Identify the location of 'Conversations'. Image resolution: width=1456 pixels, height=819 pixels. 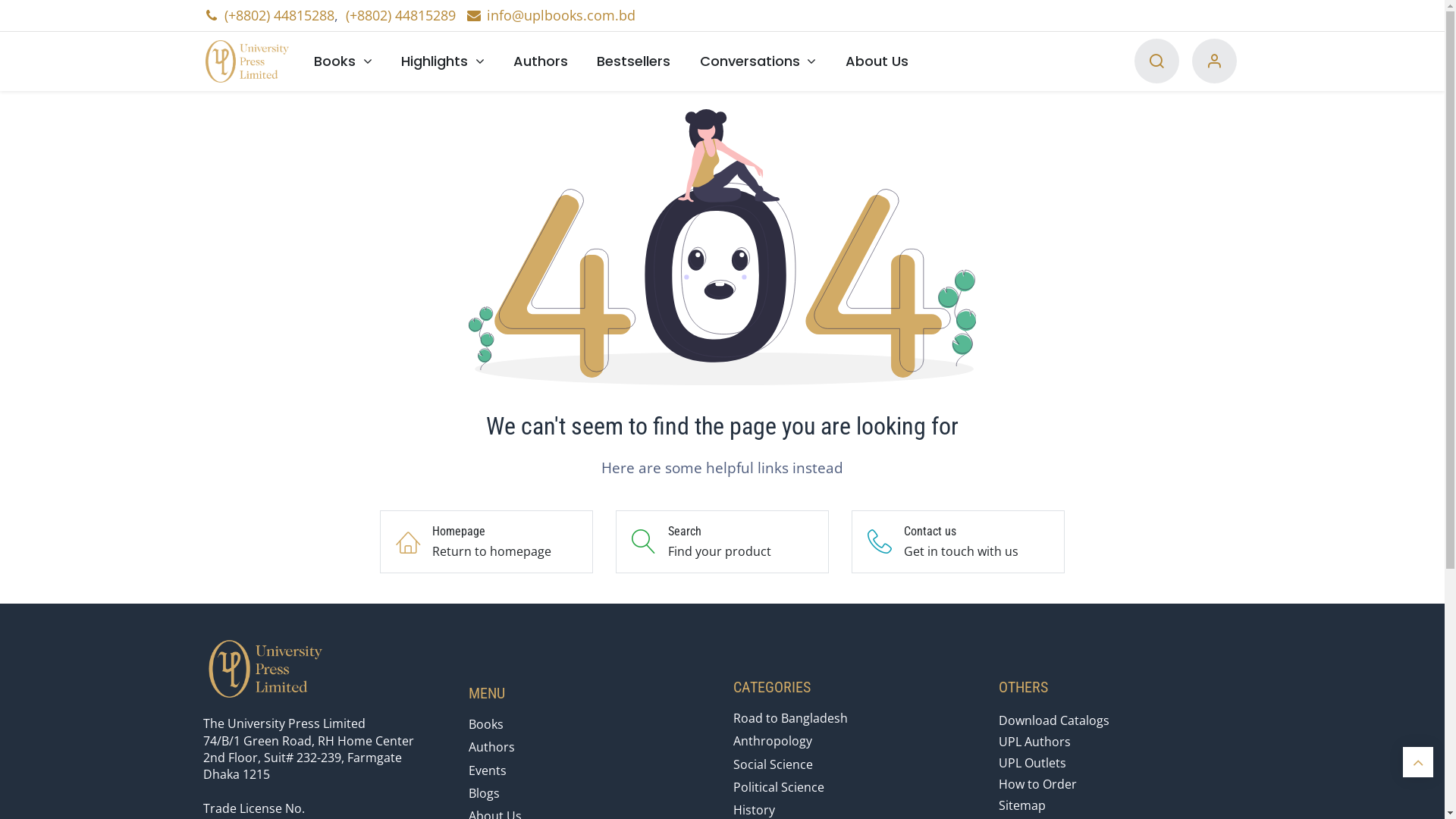
(758, 60).